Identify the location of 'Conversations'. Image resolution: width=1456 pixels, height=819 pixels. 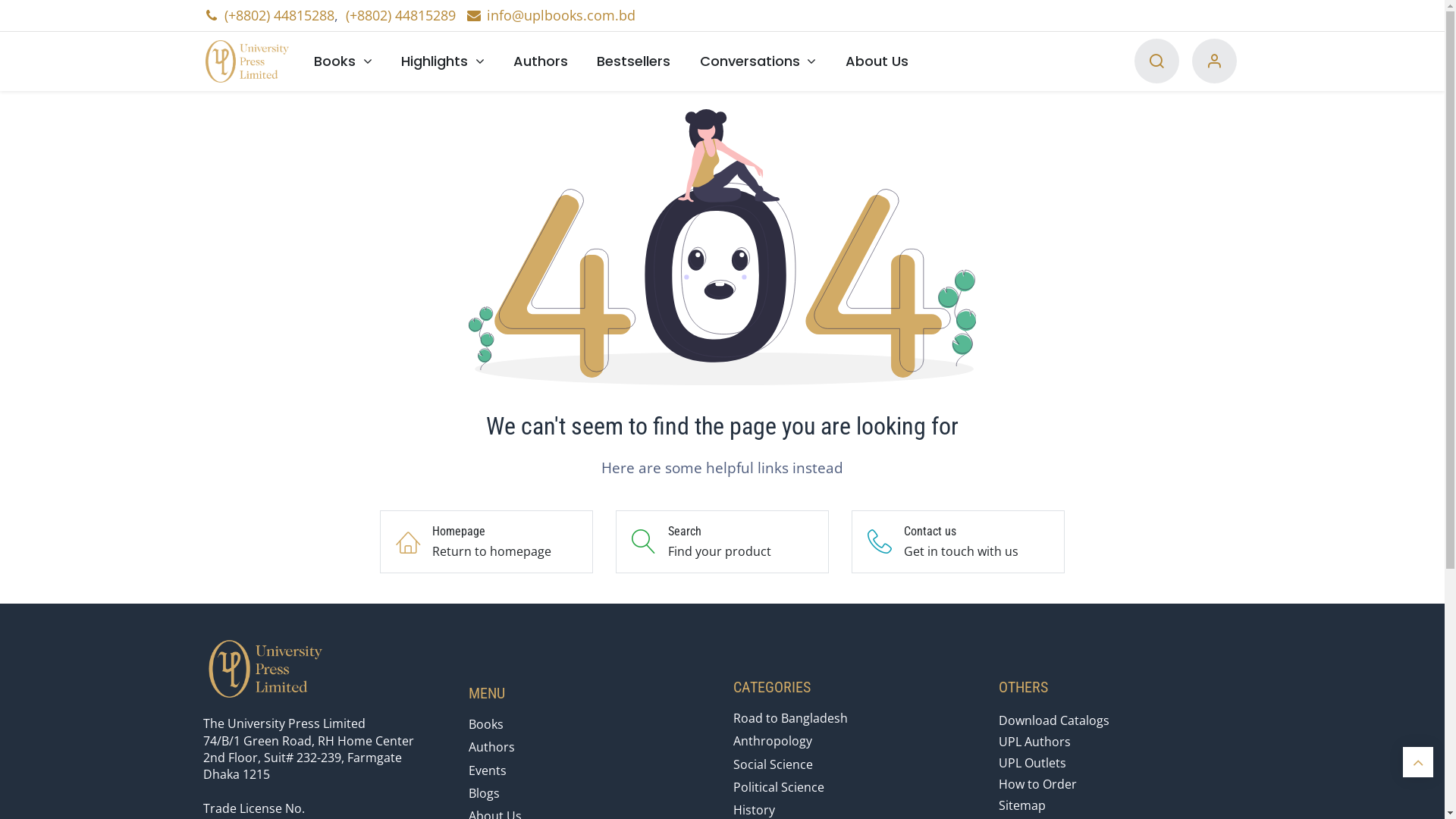
(758, 60).